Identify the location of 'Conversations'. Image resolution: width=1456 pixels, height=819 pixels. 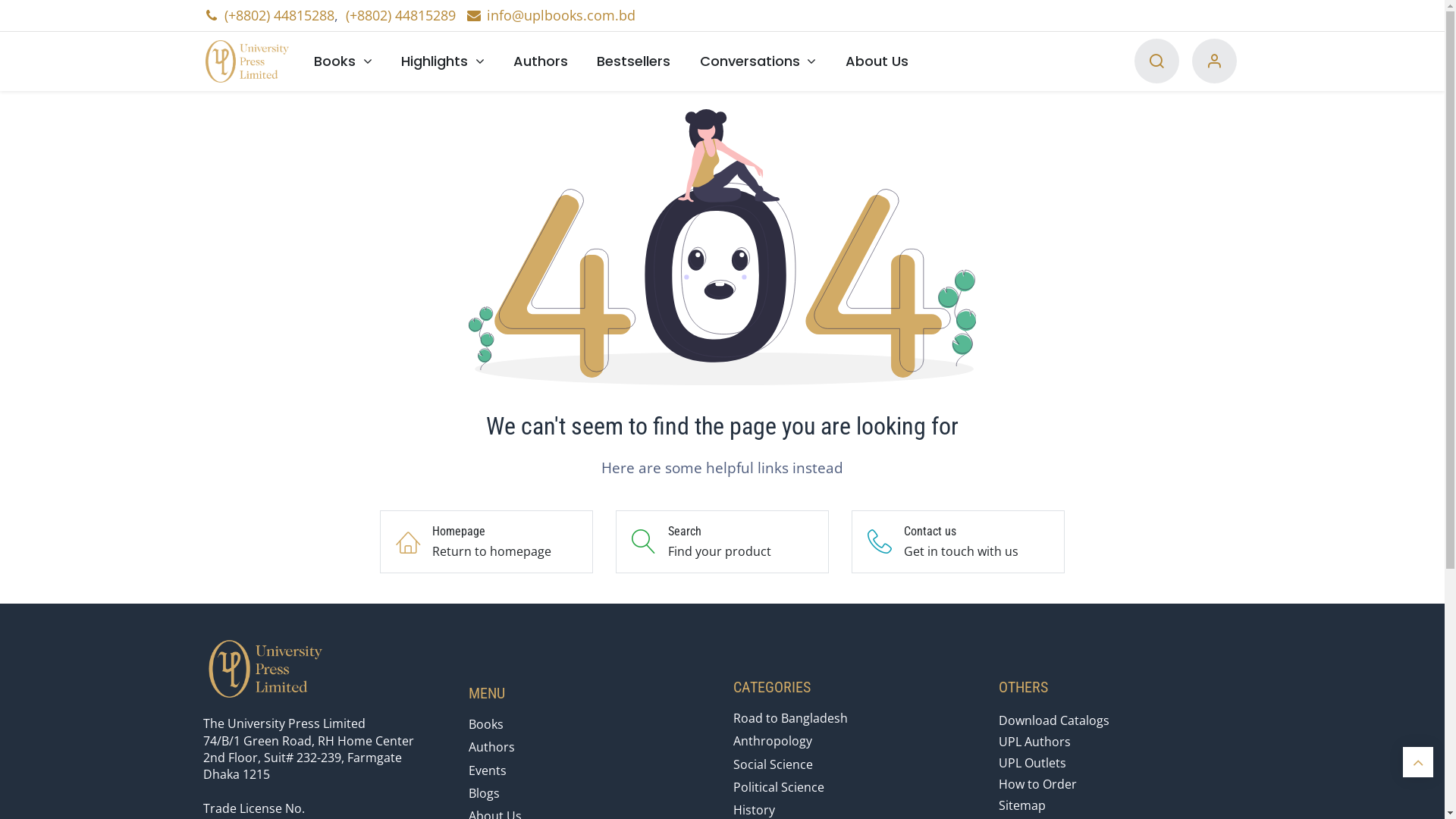
(758, 60).